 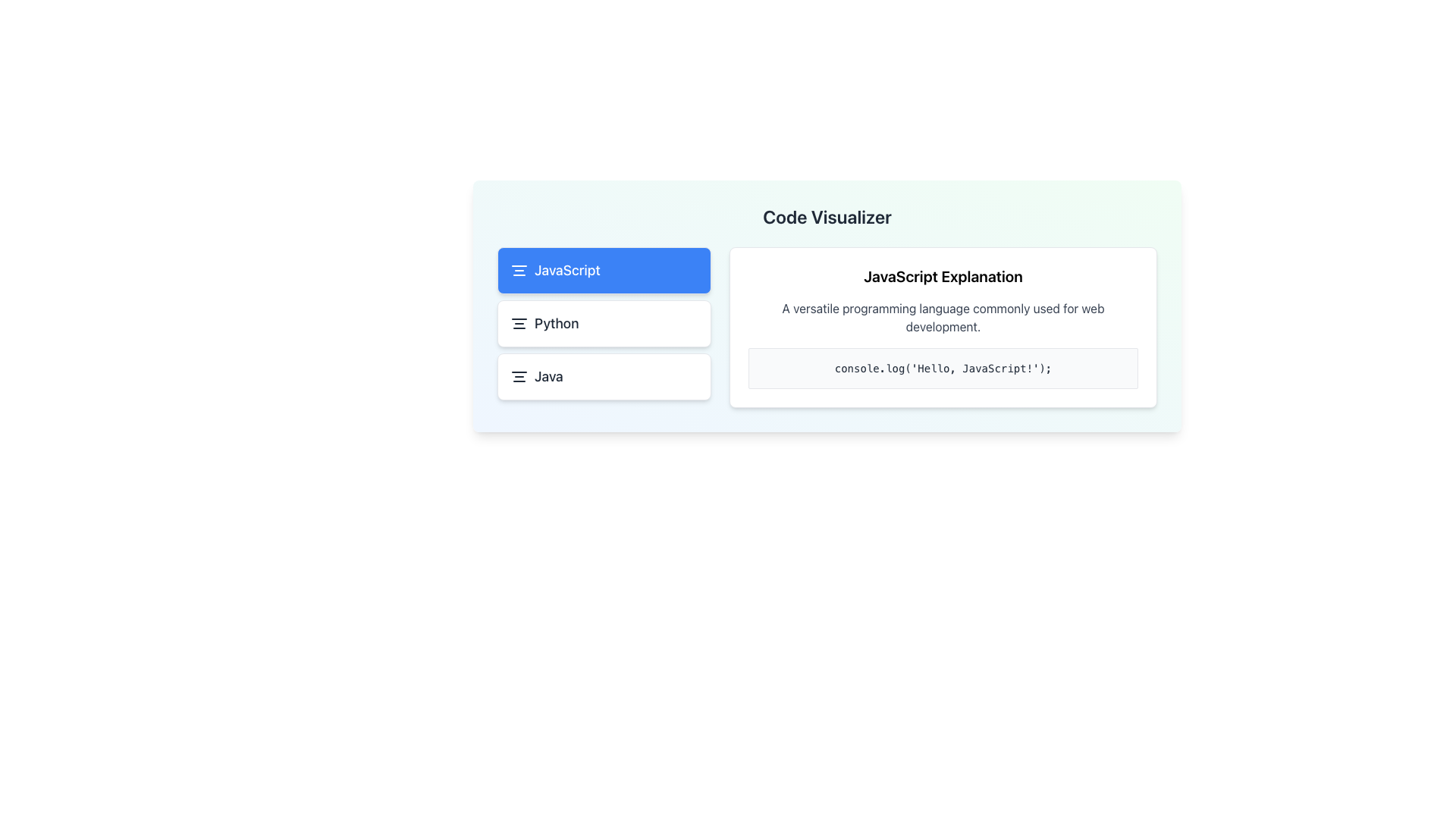 What do you see at coordinates (519, 376) in the screenshot?
I see `the icon resembling three horizontal lines, which is styled in a minimalist outline design and is located to the left of the 'Java' text in a vertically aligned list of items` at bounding box center [519, 376].